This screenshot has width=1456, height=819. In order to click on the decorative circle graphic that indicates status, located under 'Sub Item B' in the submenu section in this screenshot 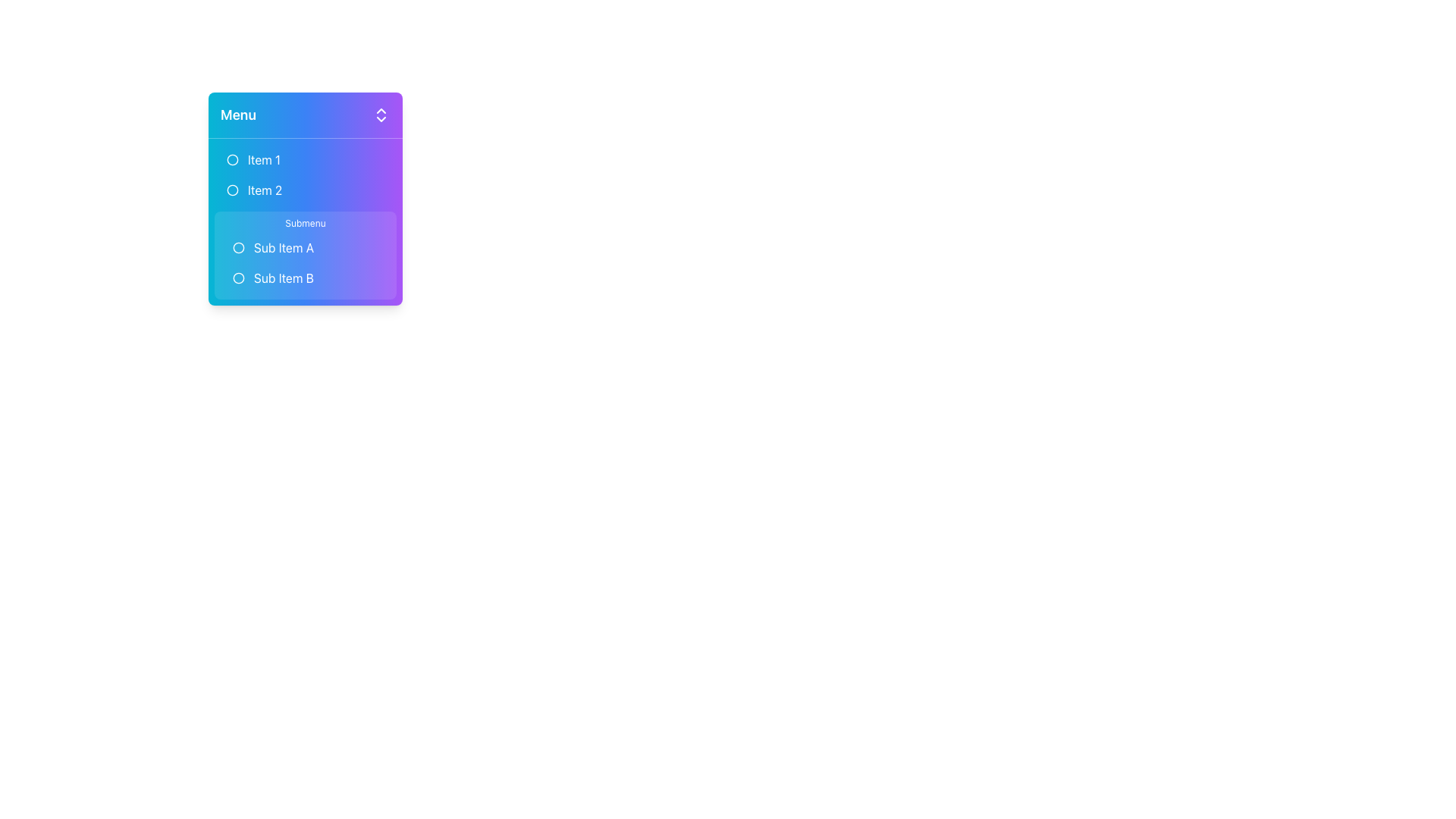, I will do `click(238, 278)`.